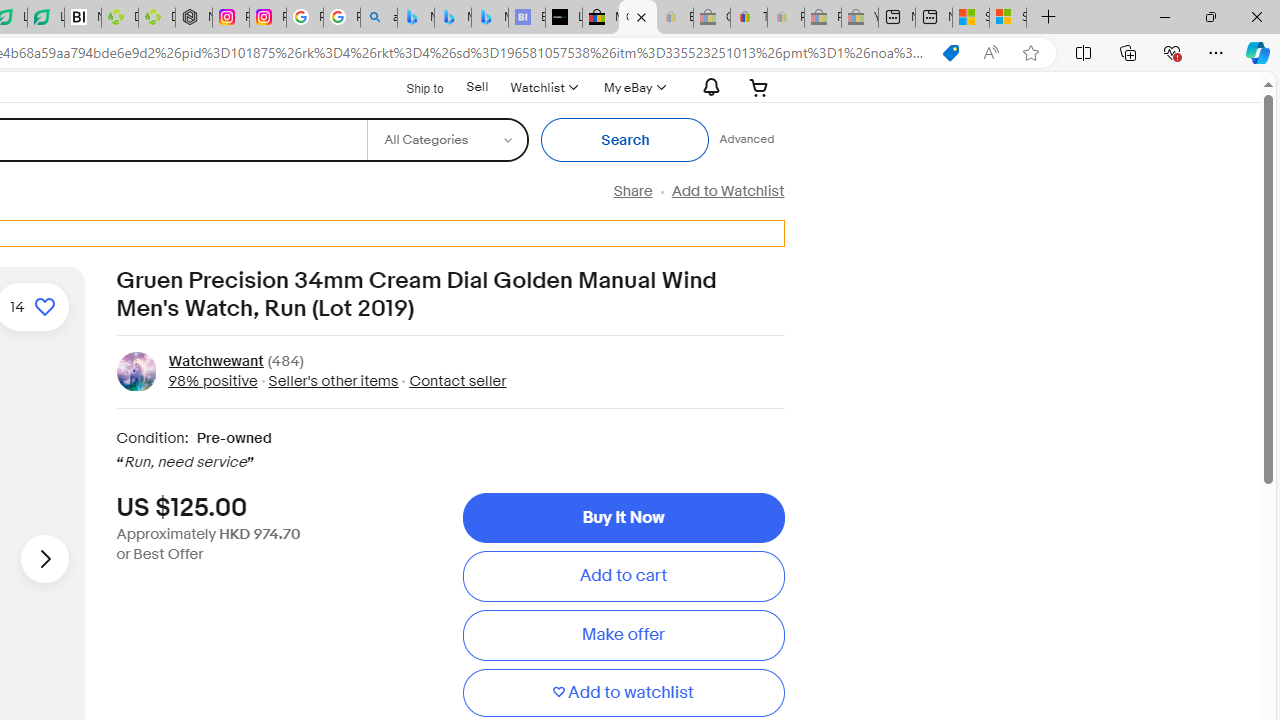 This screenshot has height=720, width=1280. Describe the element at coordinates (457, 380) in the screenshot. I see `'Contact seller'` at that location.